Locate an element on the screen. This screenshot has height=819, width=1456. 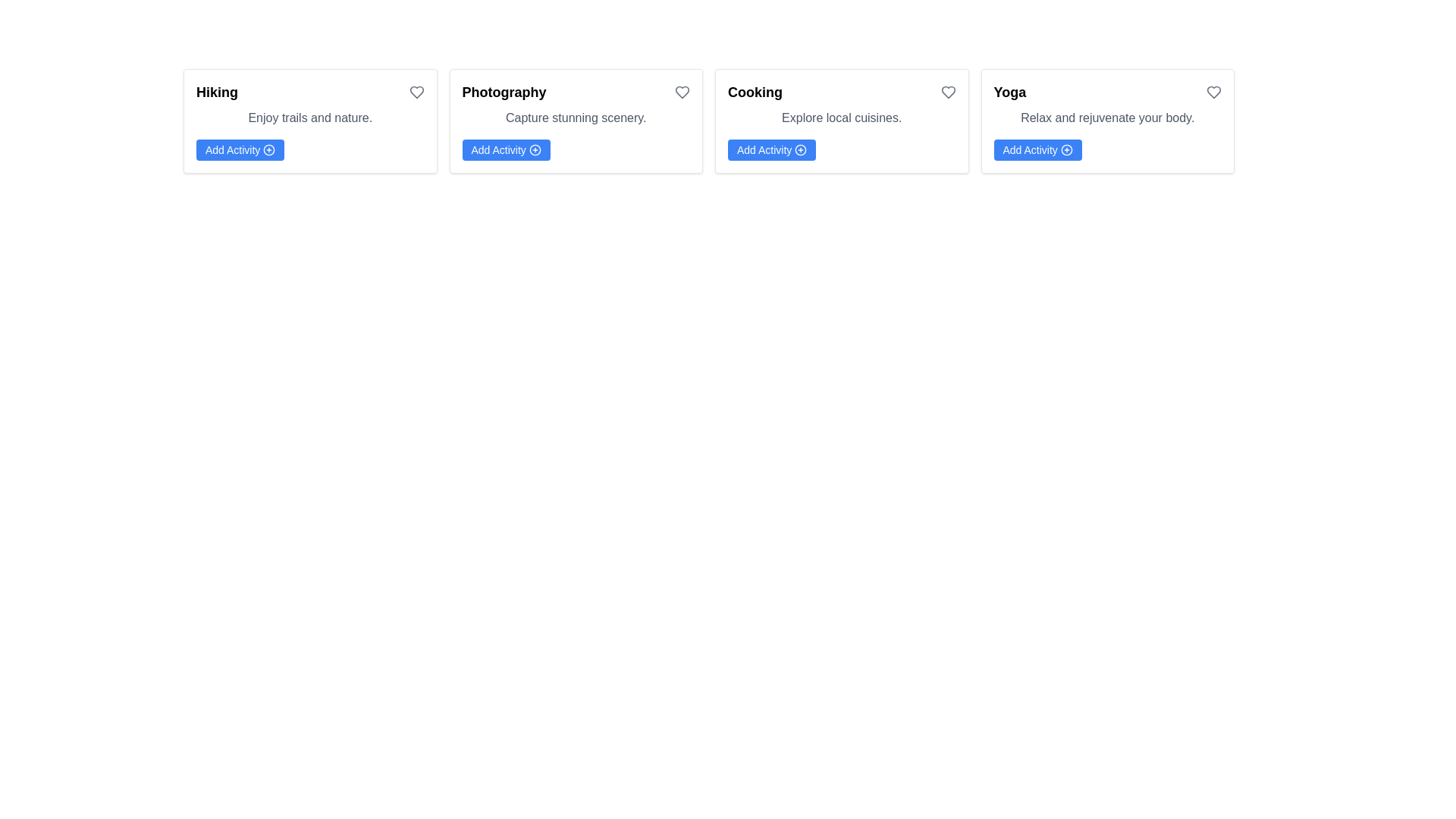
title text of the third card labeled 'Cooking' positioned in the upper-left corner of the card is located at coordinates (755, 93).